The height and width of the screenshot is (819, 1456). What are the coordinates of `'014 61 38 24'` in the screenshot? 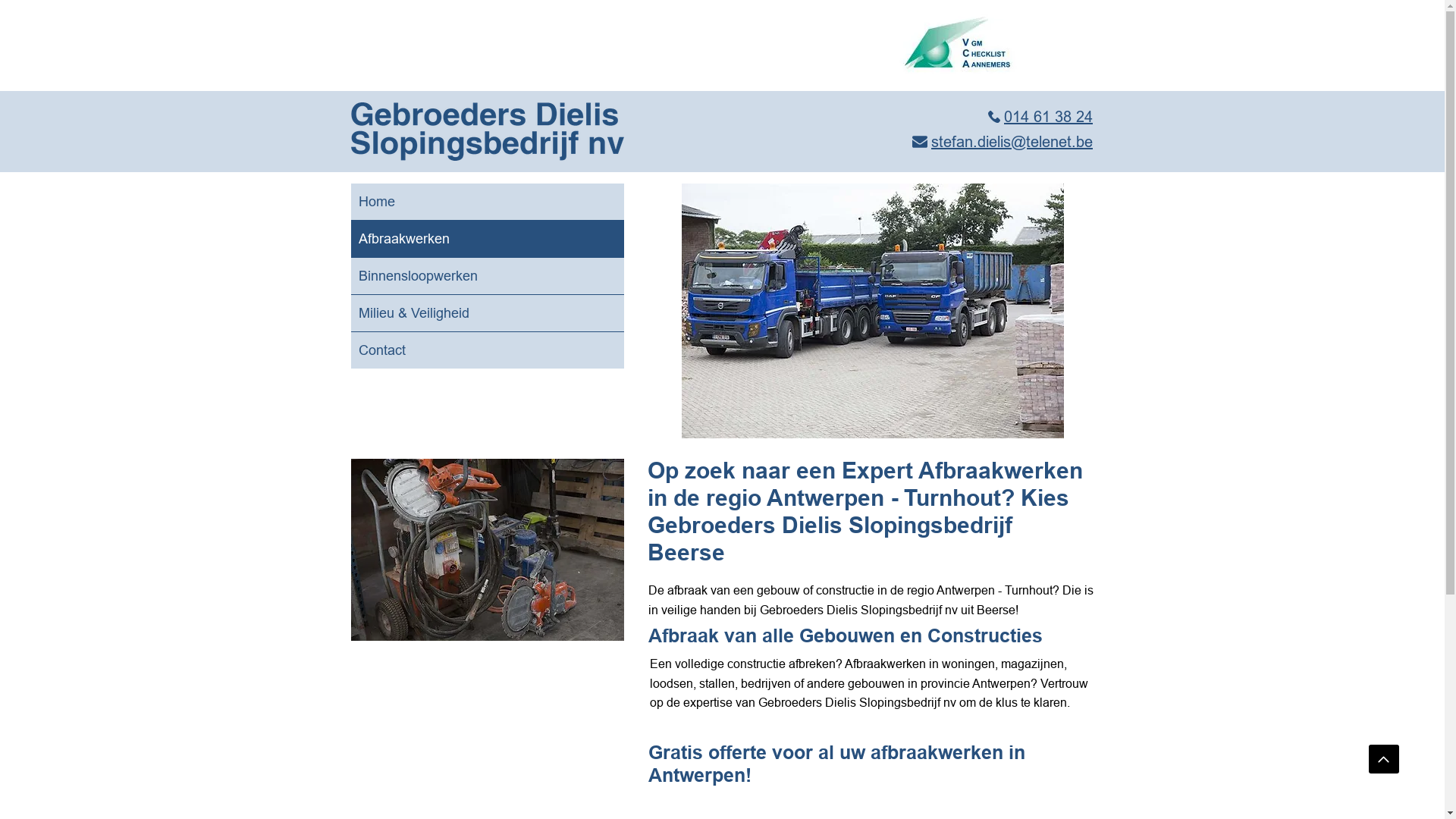 It's located at (1040, 115).